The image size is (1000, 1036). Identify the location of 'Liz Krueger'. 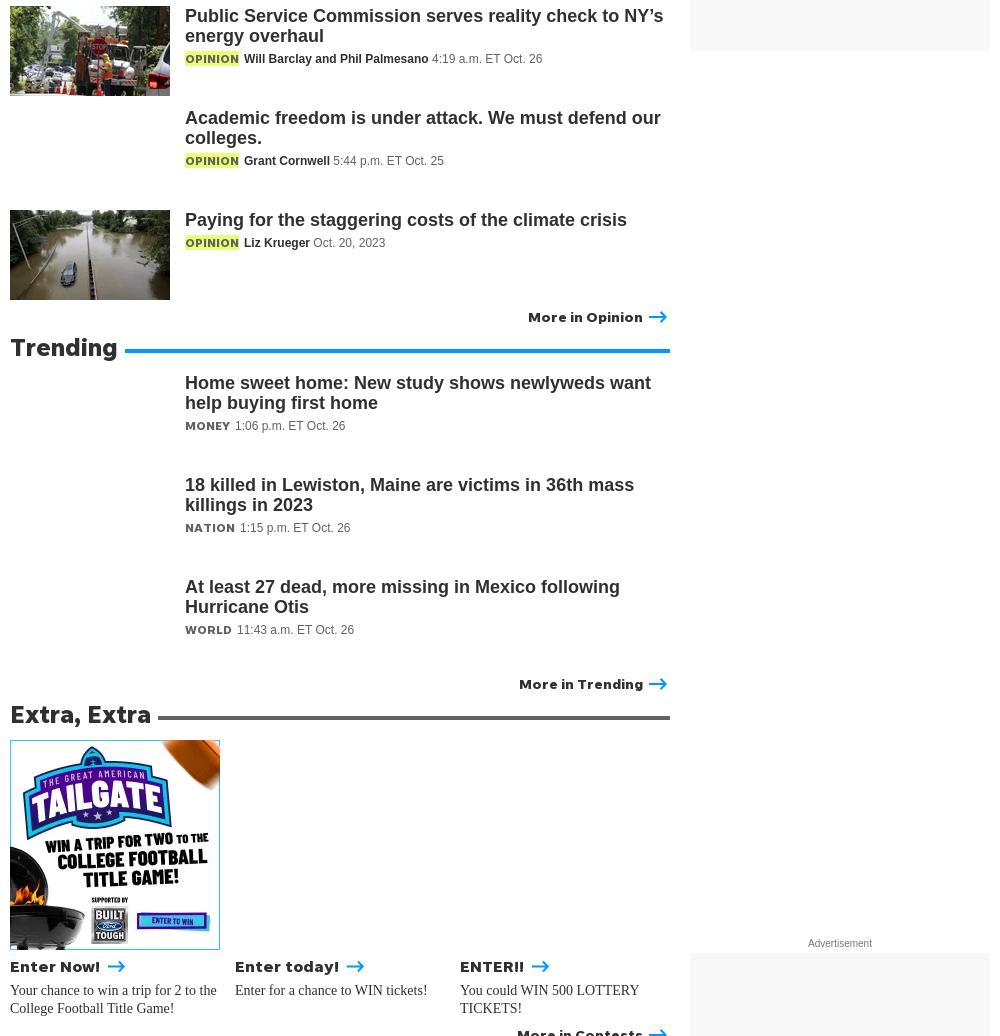
(278, 243).